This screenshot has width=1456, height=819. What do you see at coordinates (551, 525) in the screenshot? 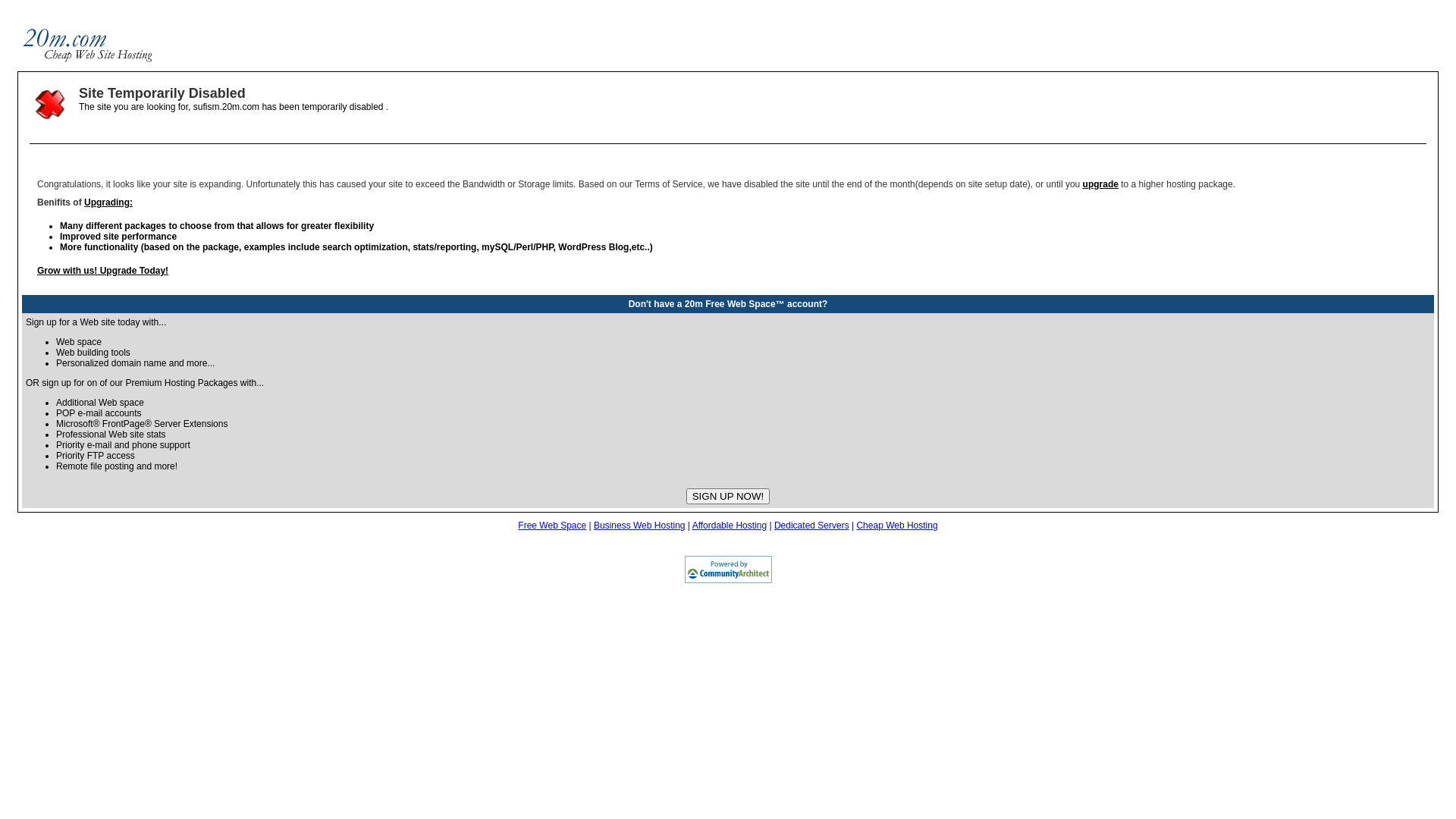
I see `'Free Web Space'` at bounding box center [551, 525].